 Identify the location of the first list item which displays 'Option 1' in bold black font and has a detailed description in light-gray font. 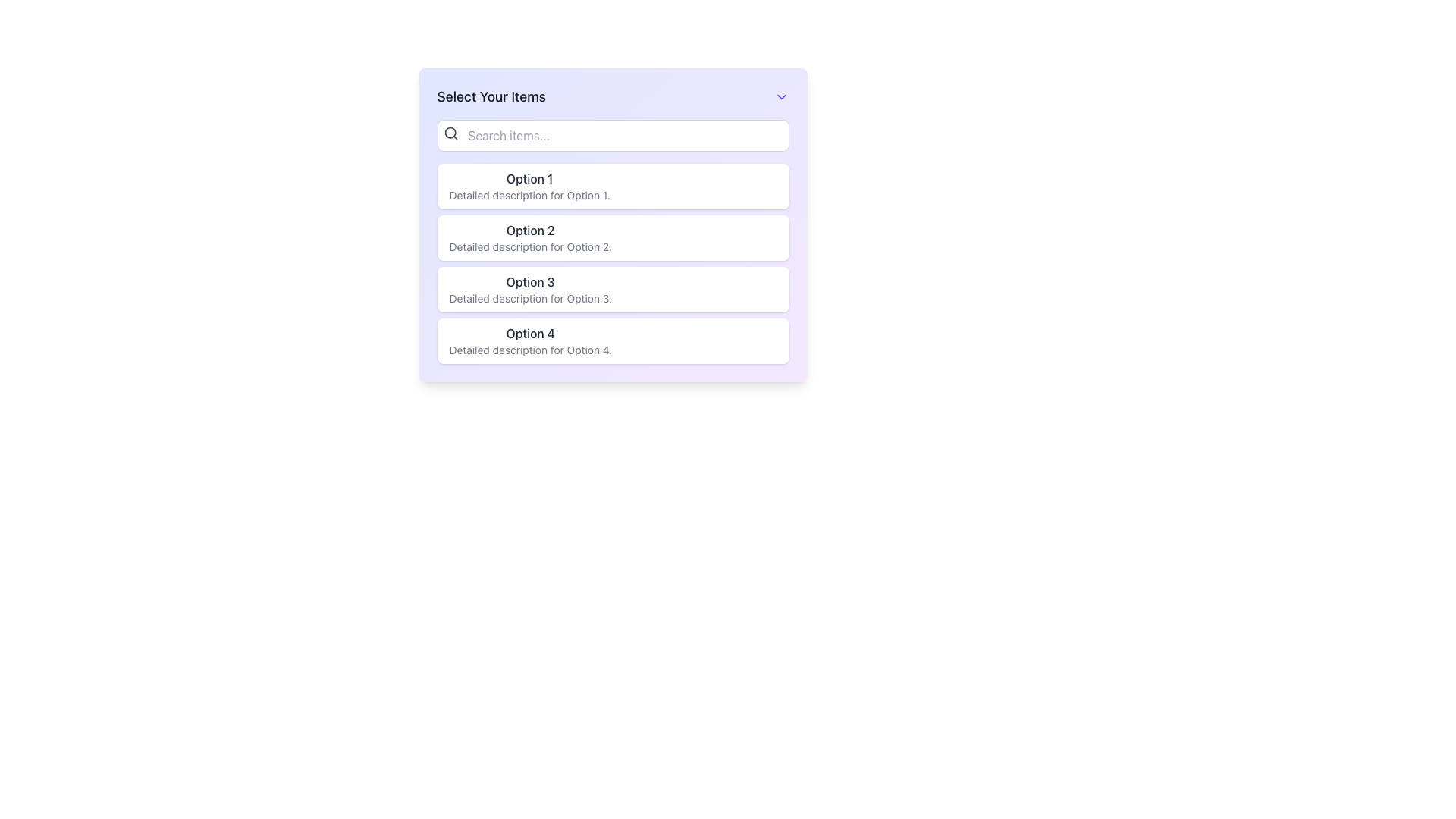
(529, 186).